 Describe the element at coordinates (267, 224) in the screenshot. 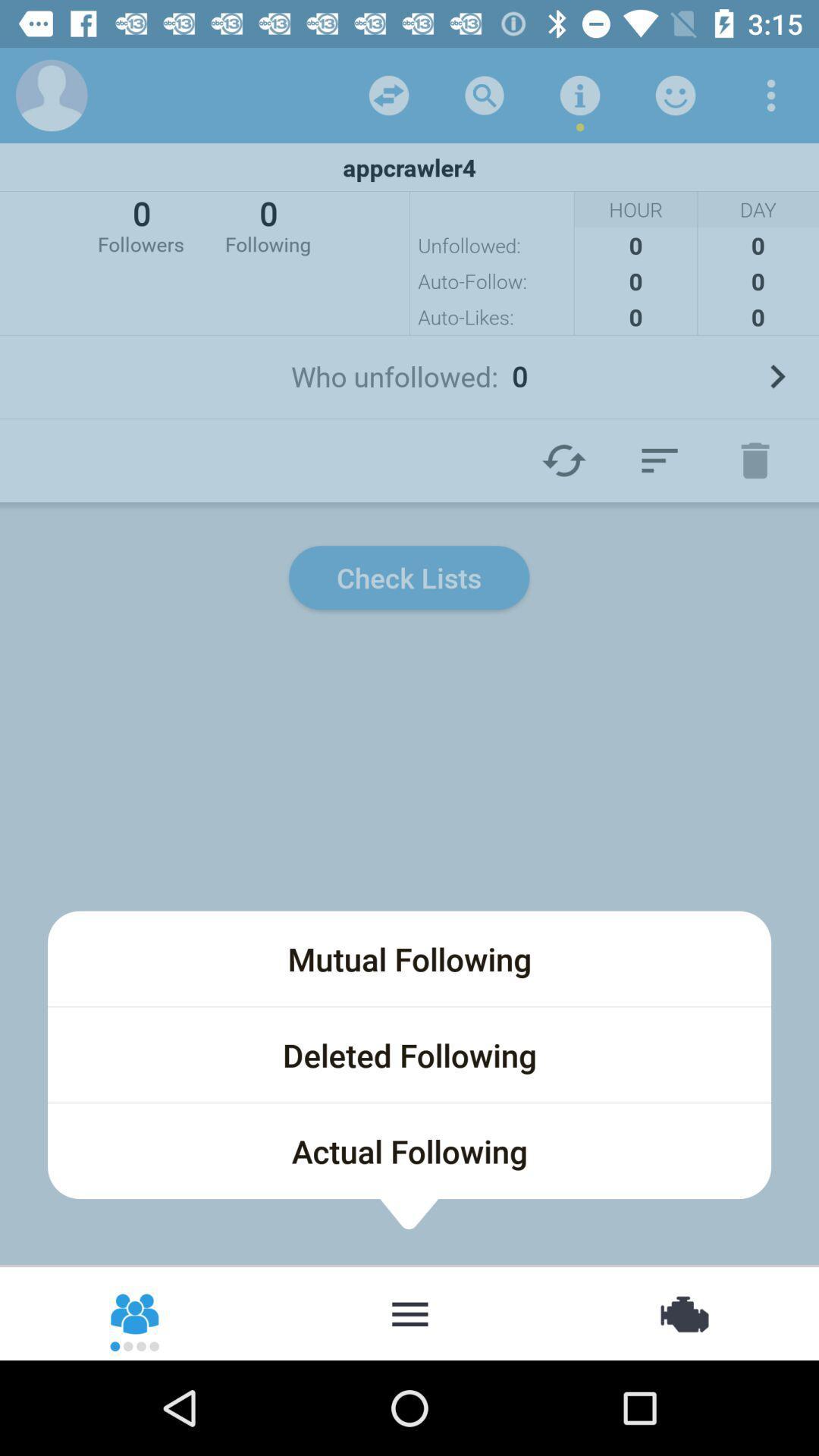

I see `item below appcrawler4` at that location.